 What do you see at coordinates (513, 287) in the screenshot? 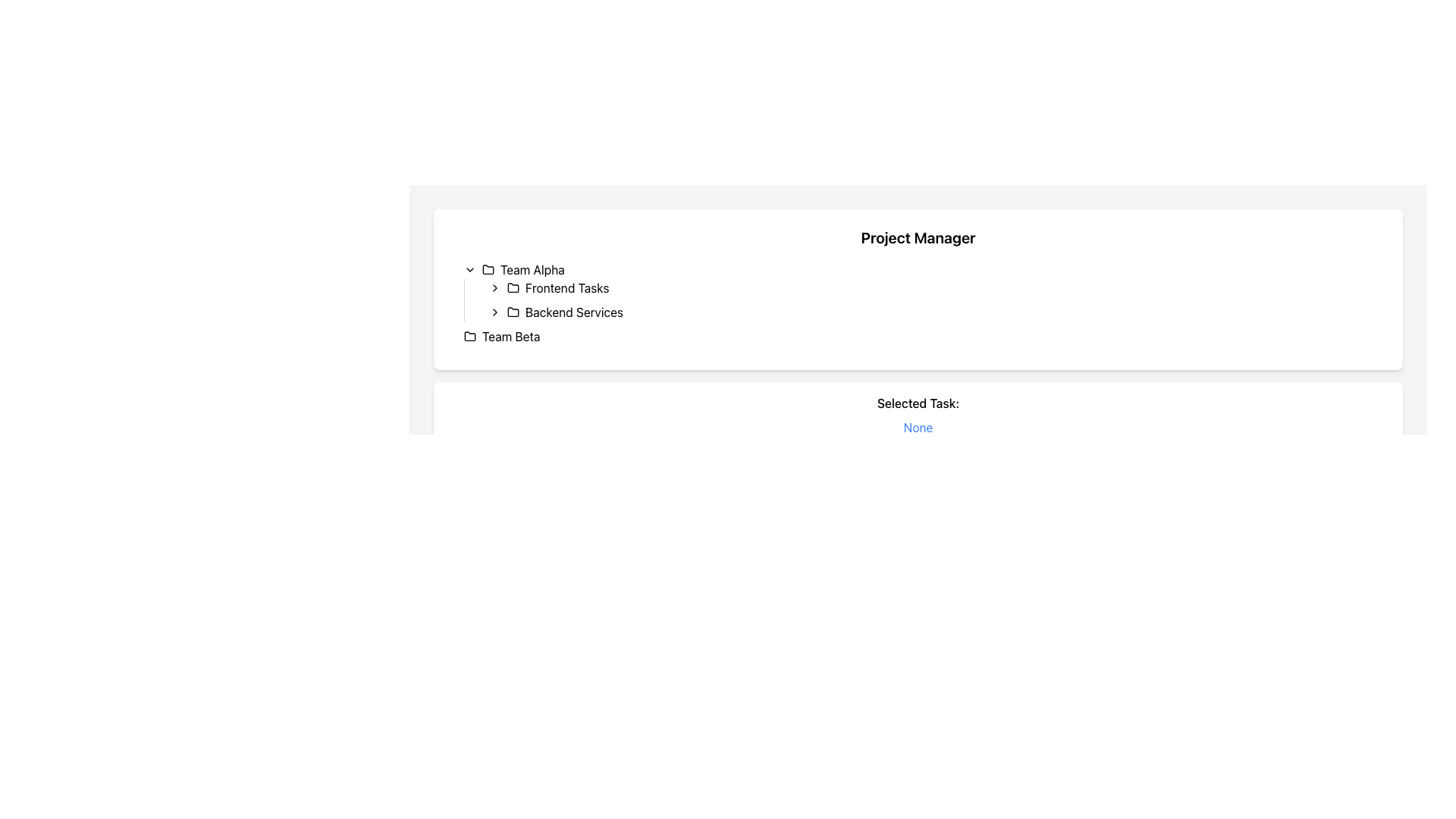
I see `the folder icon visually represented as a standard folder, located to the left of the 'Frontend Tasks' label and under 'Team Alpha' in the hierarchical tree structure` at bounding box center [513, 287].